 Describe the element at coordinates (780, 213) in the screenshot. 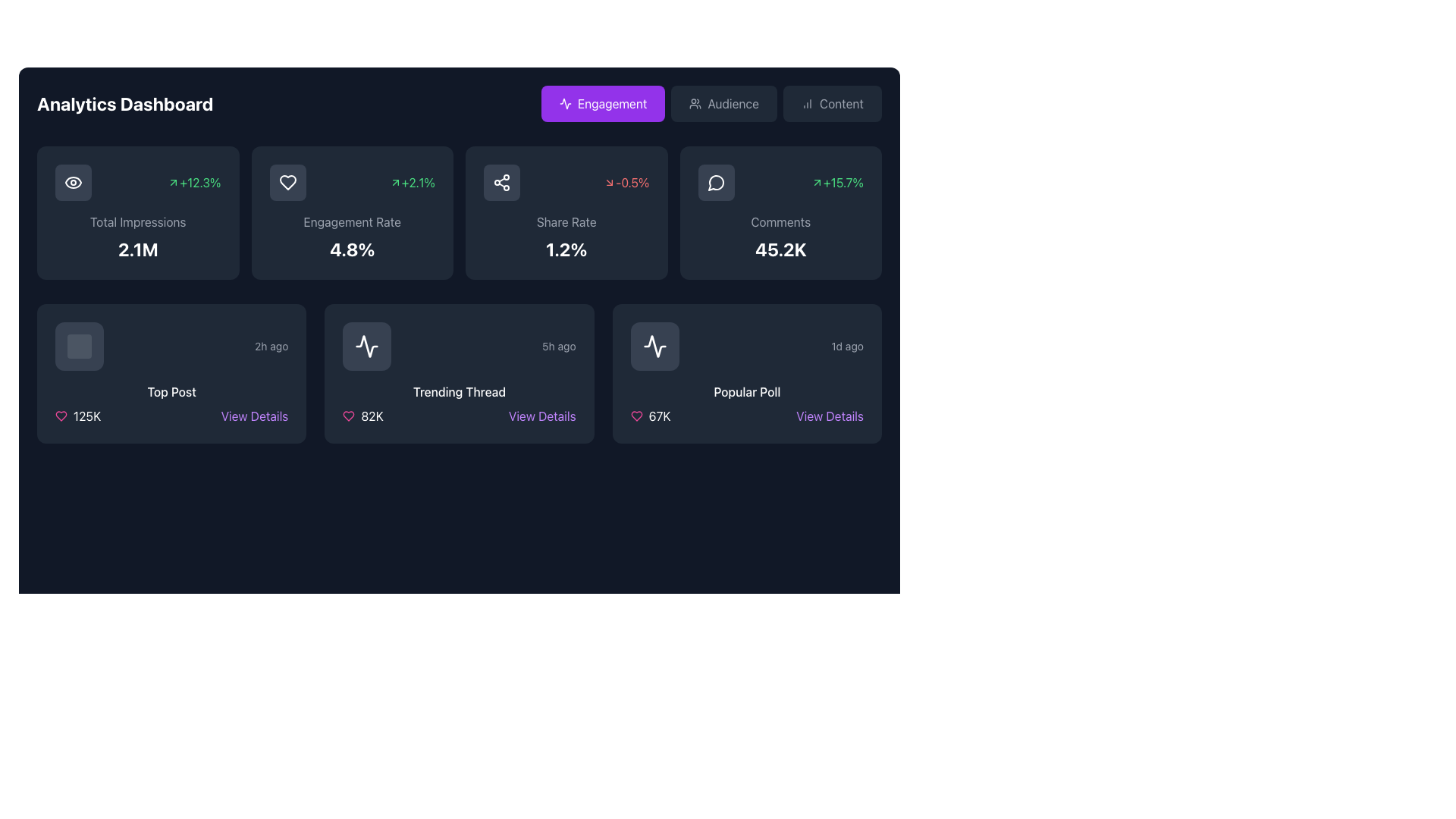

I see `the Interactive data display box that shows comments-related statistics, including total comments ('45.2K') and percentage change ('+15.7%')` at that location.